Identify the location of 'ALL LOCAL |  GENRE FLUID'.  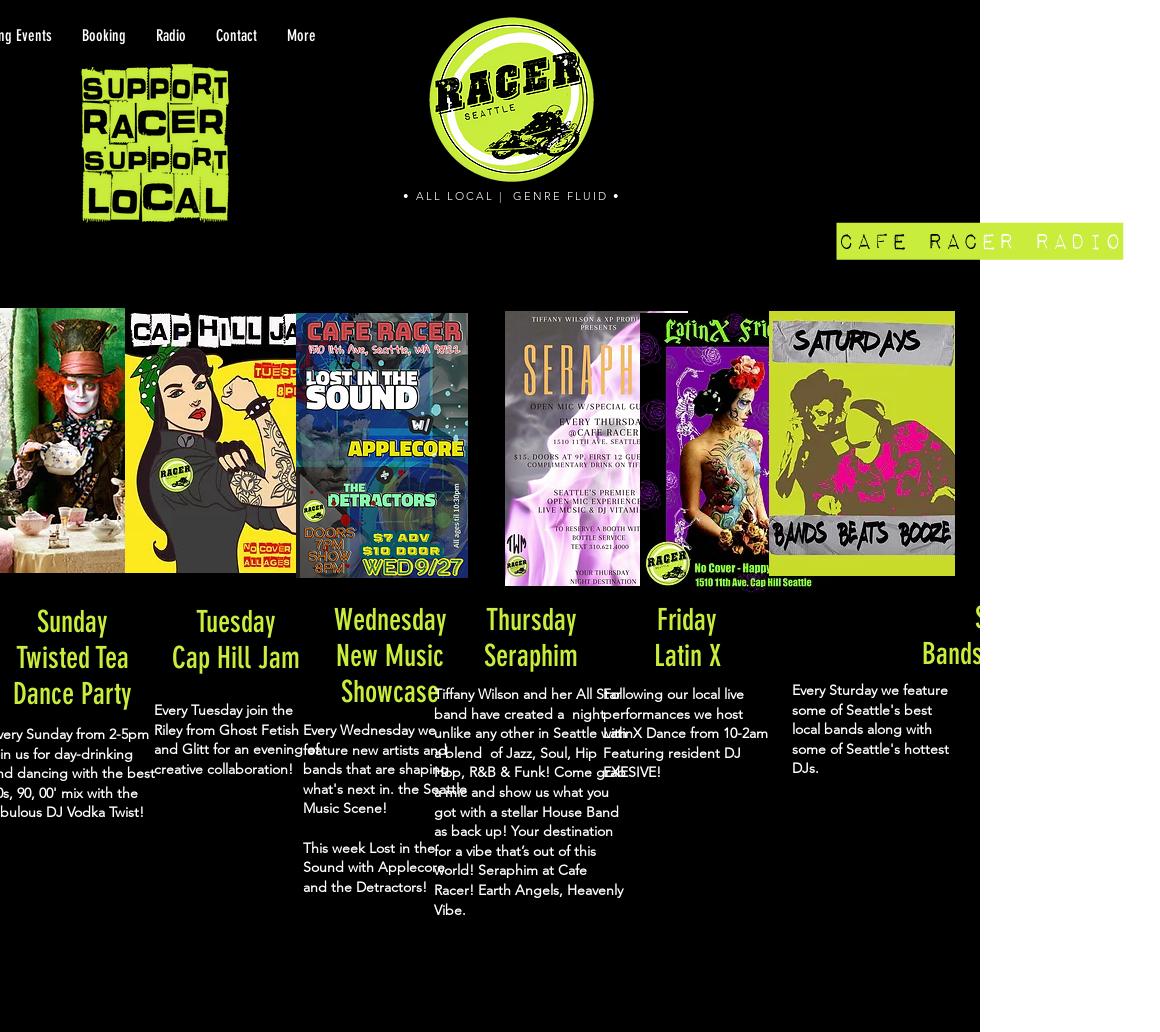
(512, 194).